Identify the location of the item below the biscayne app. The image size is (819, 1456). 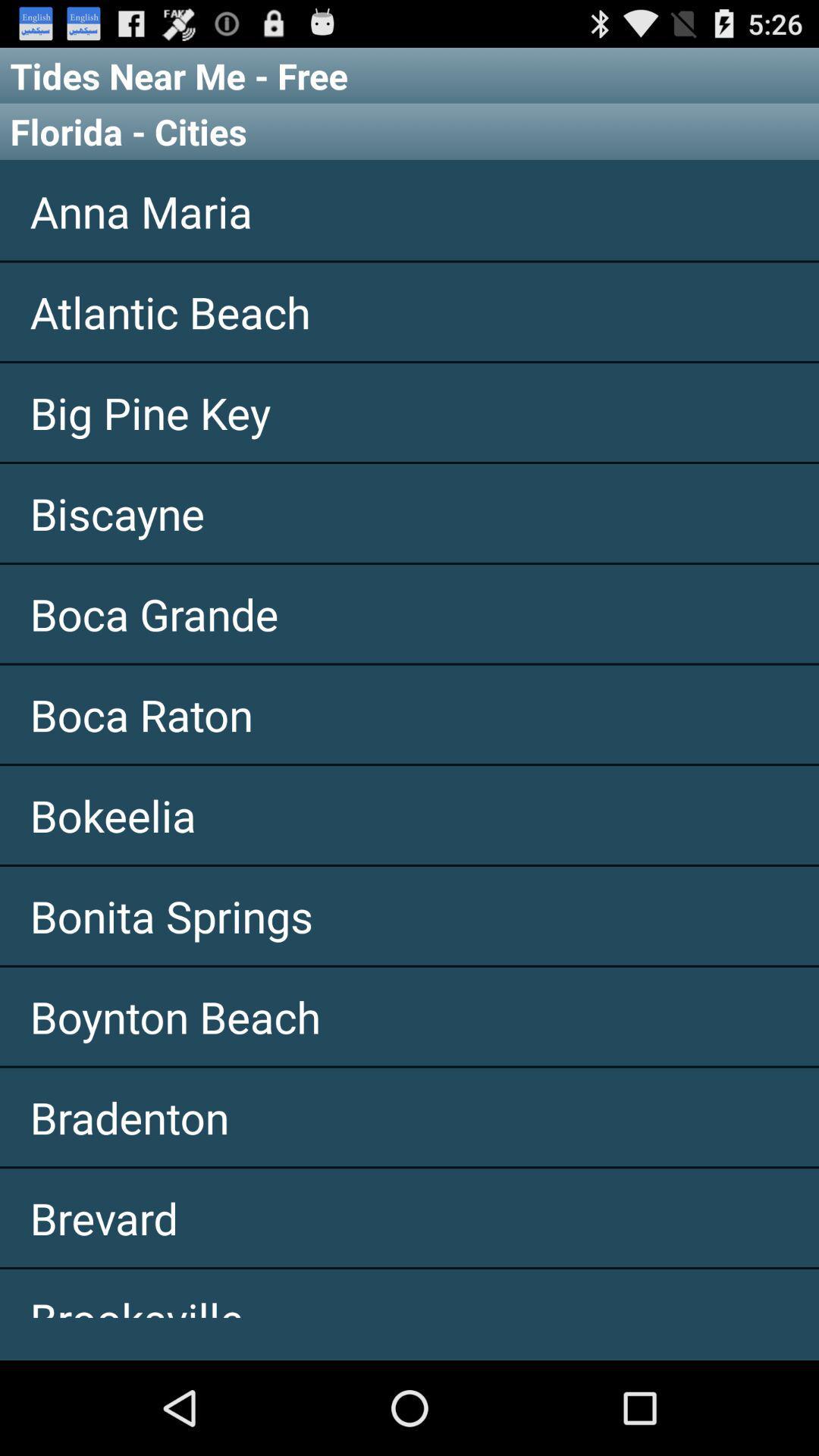
(409, 613).